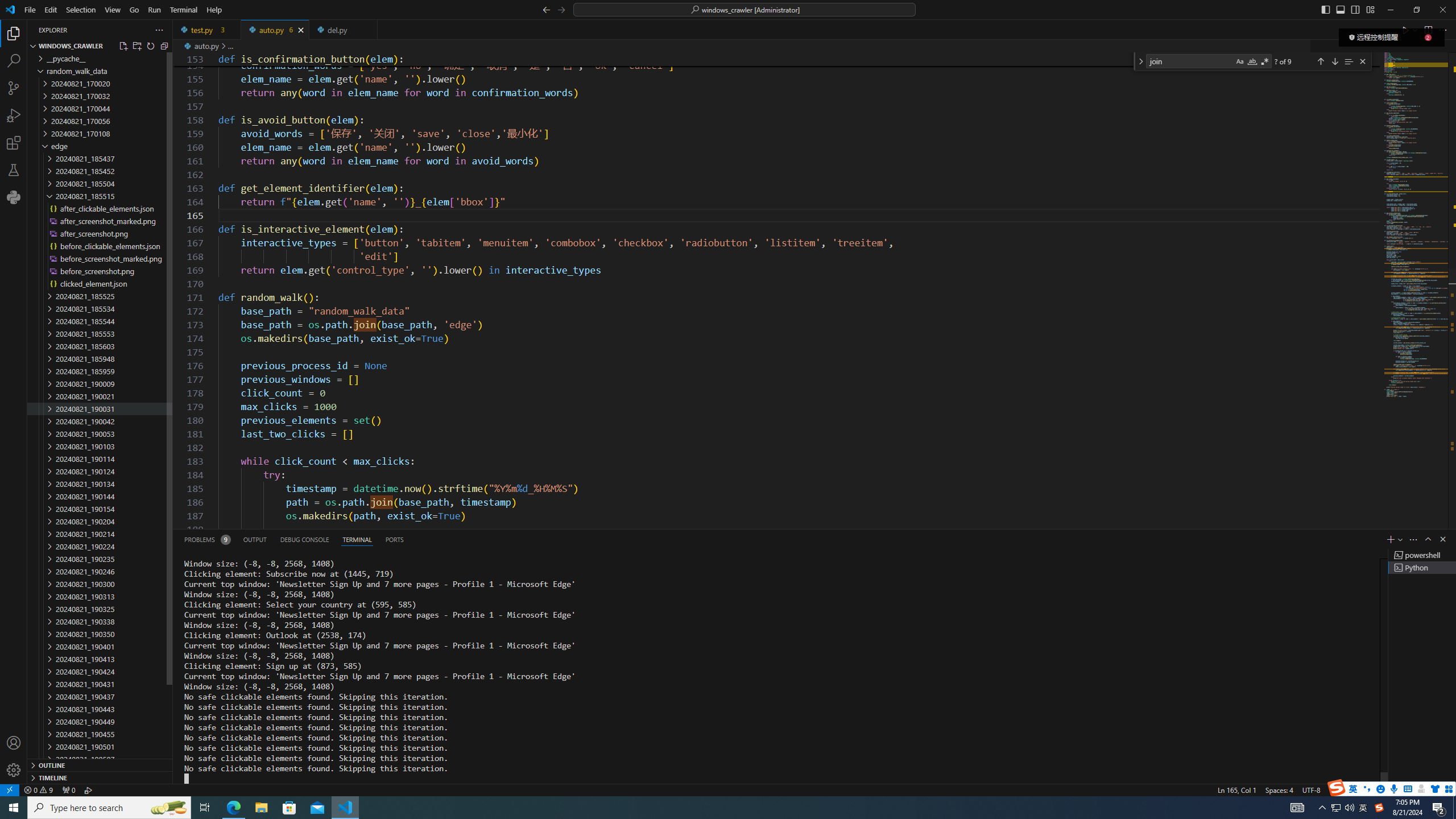 Image resolution: width=1456 pixels, height=819 pixels. I want to click on 'Refresh Explorer', so click(150, 45).